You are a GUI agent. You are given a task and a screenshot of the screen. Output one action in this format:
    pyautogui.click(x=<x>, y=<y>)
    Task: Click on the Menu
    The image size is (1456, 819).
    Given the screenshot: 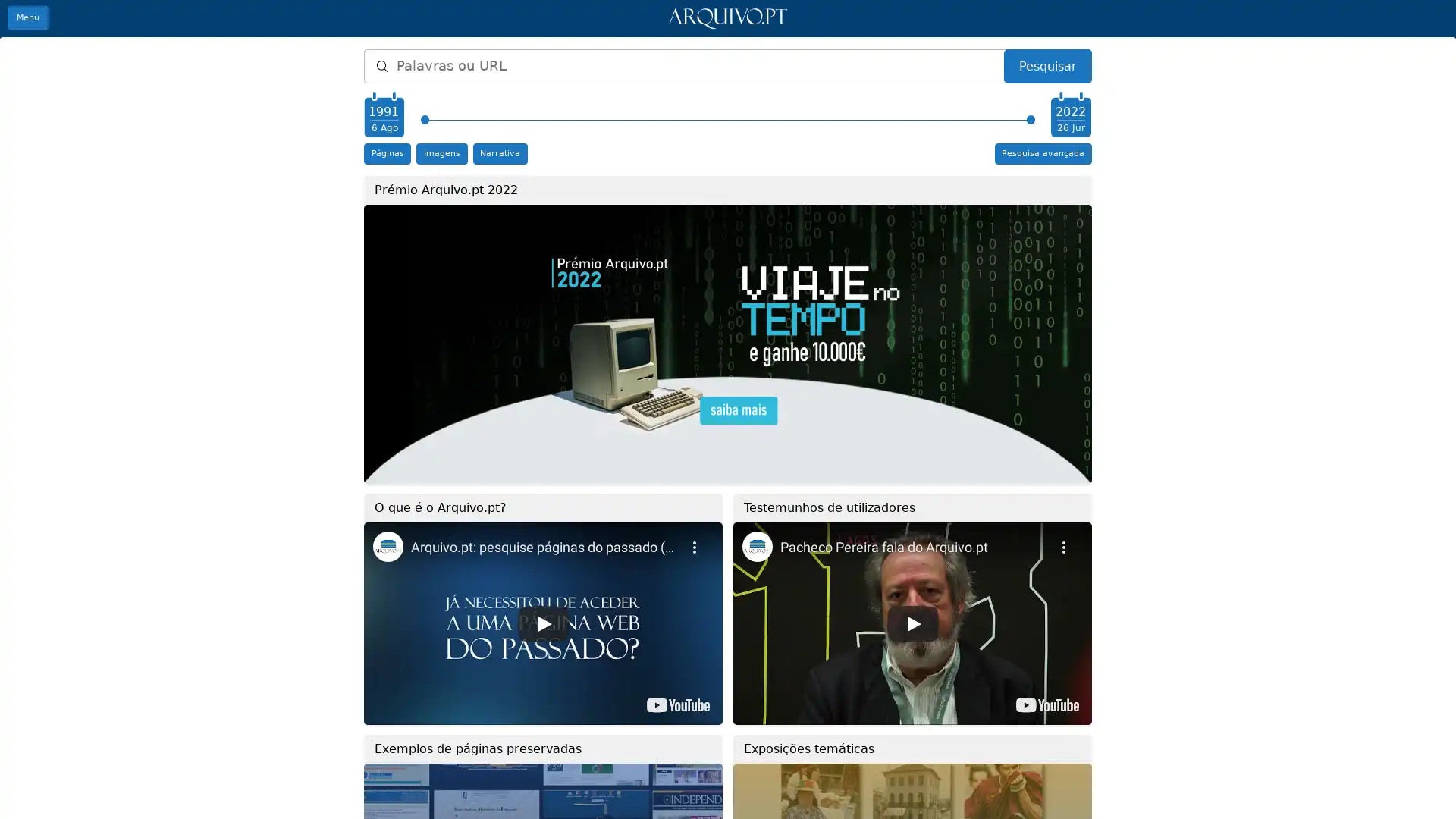 What is the action you would take?
    pyautogui.click(x=28, y=17)
    